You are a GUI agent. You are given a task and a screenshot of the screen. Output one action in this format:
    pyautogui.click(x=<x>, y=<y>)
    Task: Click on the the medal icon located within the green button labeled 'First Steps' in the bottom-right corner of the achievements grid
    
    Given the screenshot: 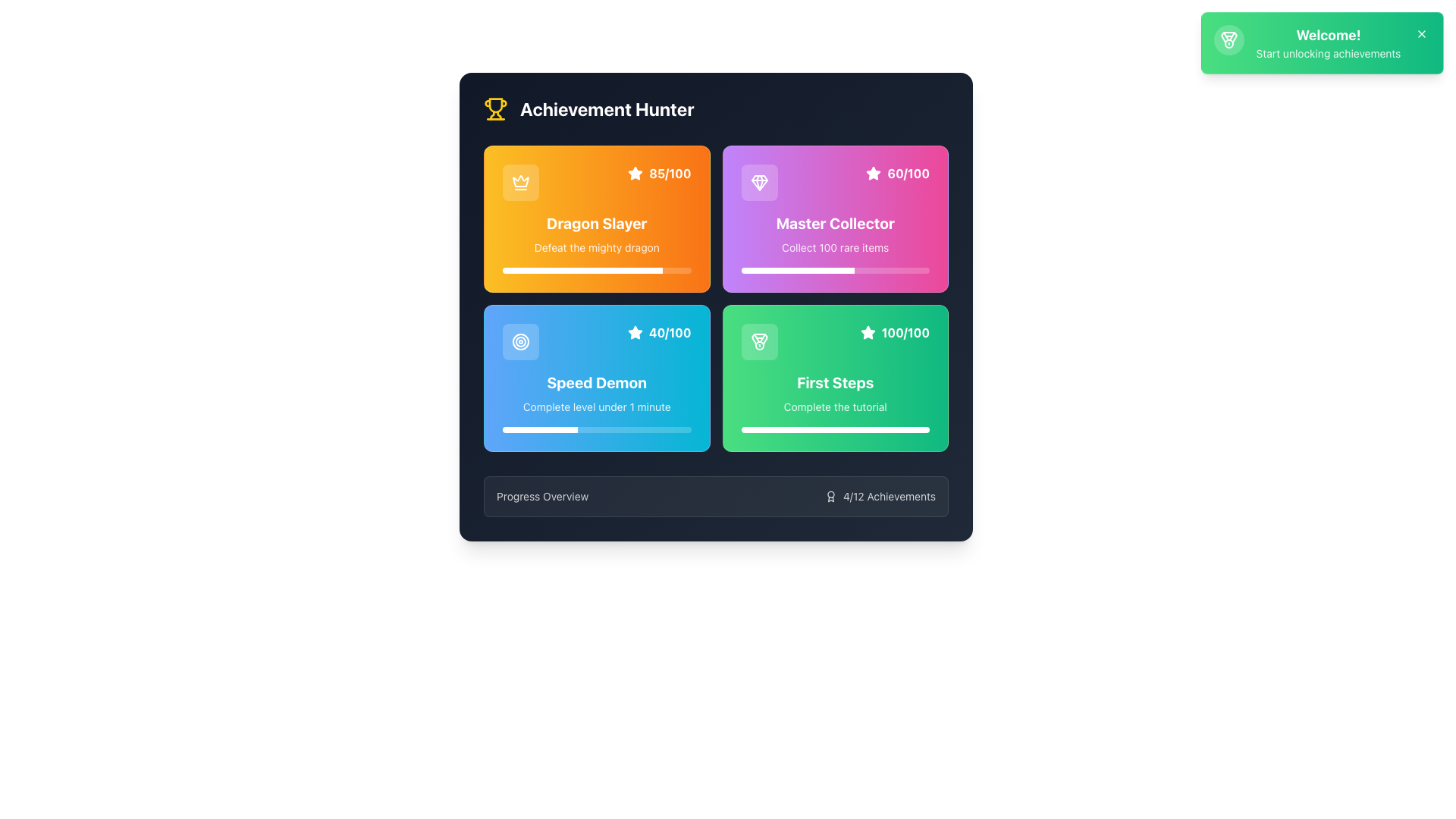 What is the action you would take?
    pyautogui.click(x=759, y=342)
    